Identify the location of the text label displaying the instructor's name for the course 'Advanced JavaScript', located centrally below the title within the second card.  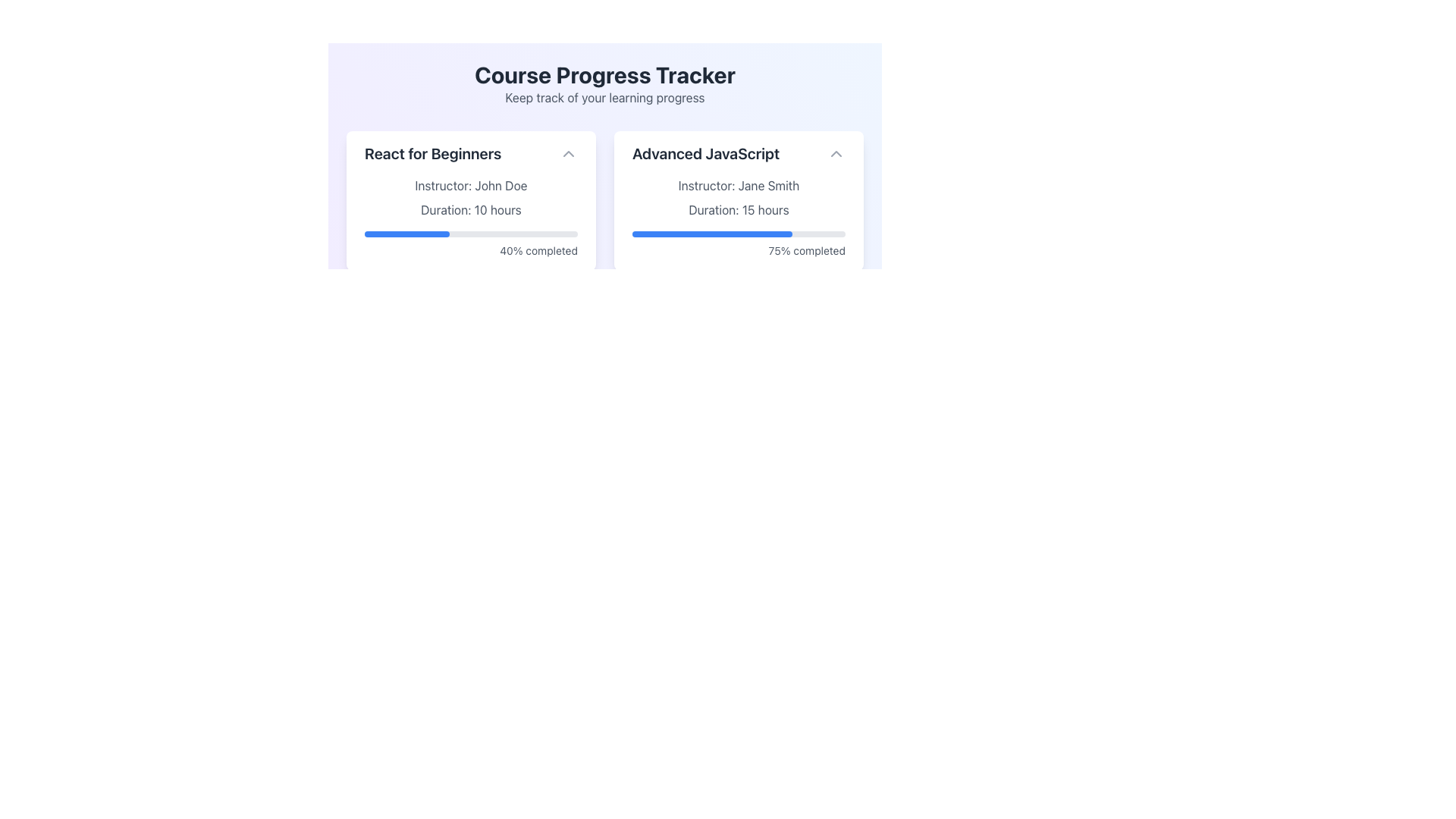
(739, 185).